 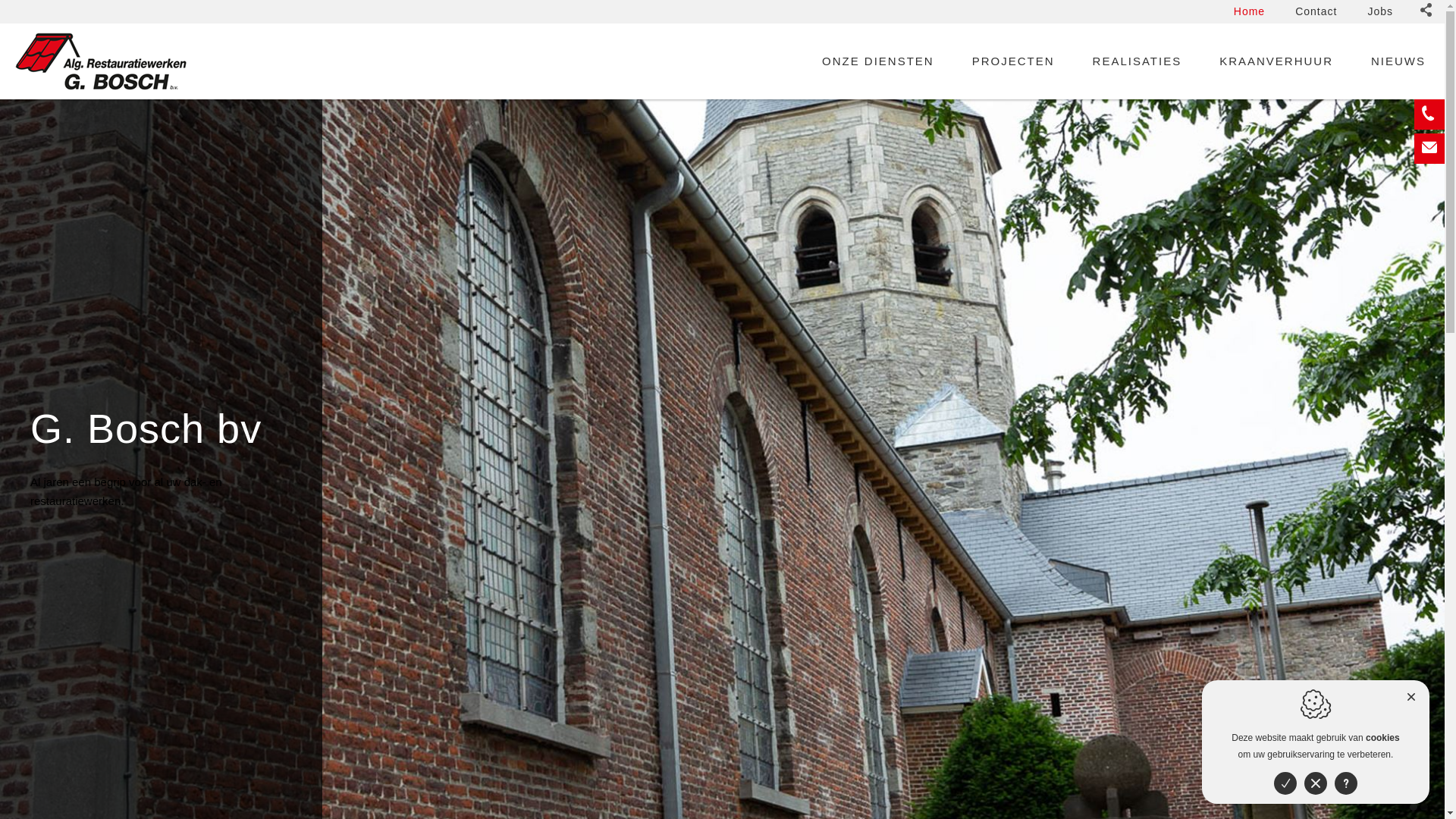 What do you see at coordinates (1284, 783) in the screenshot?
I see `'Aanvaarden'` at bounding box center [1284, 783].